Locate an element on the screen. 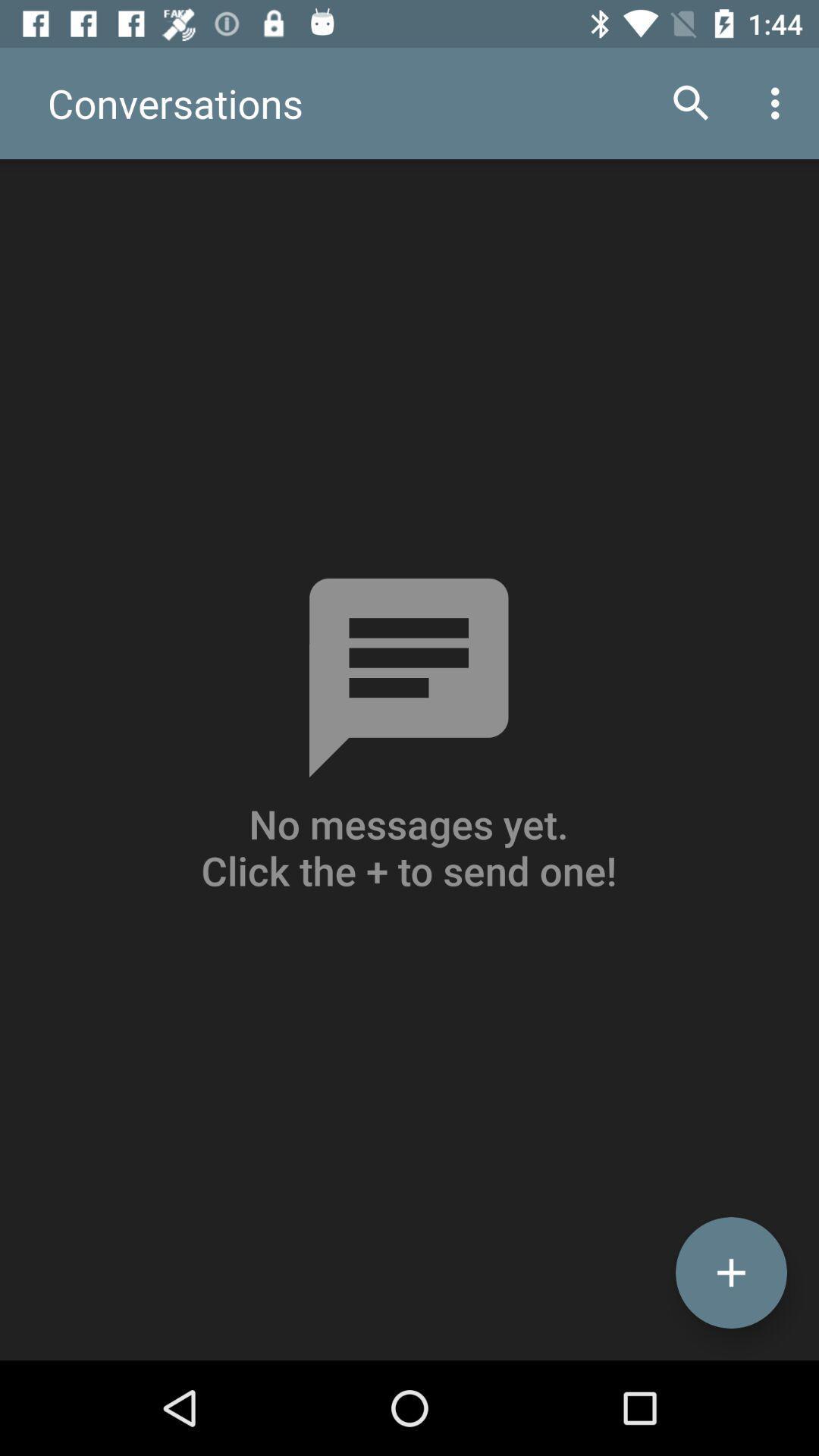 The height and width of the screenshot is (1456, 819). start message is located at coordinates (730, 1272).